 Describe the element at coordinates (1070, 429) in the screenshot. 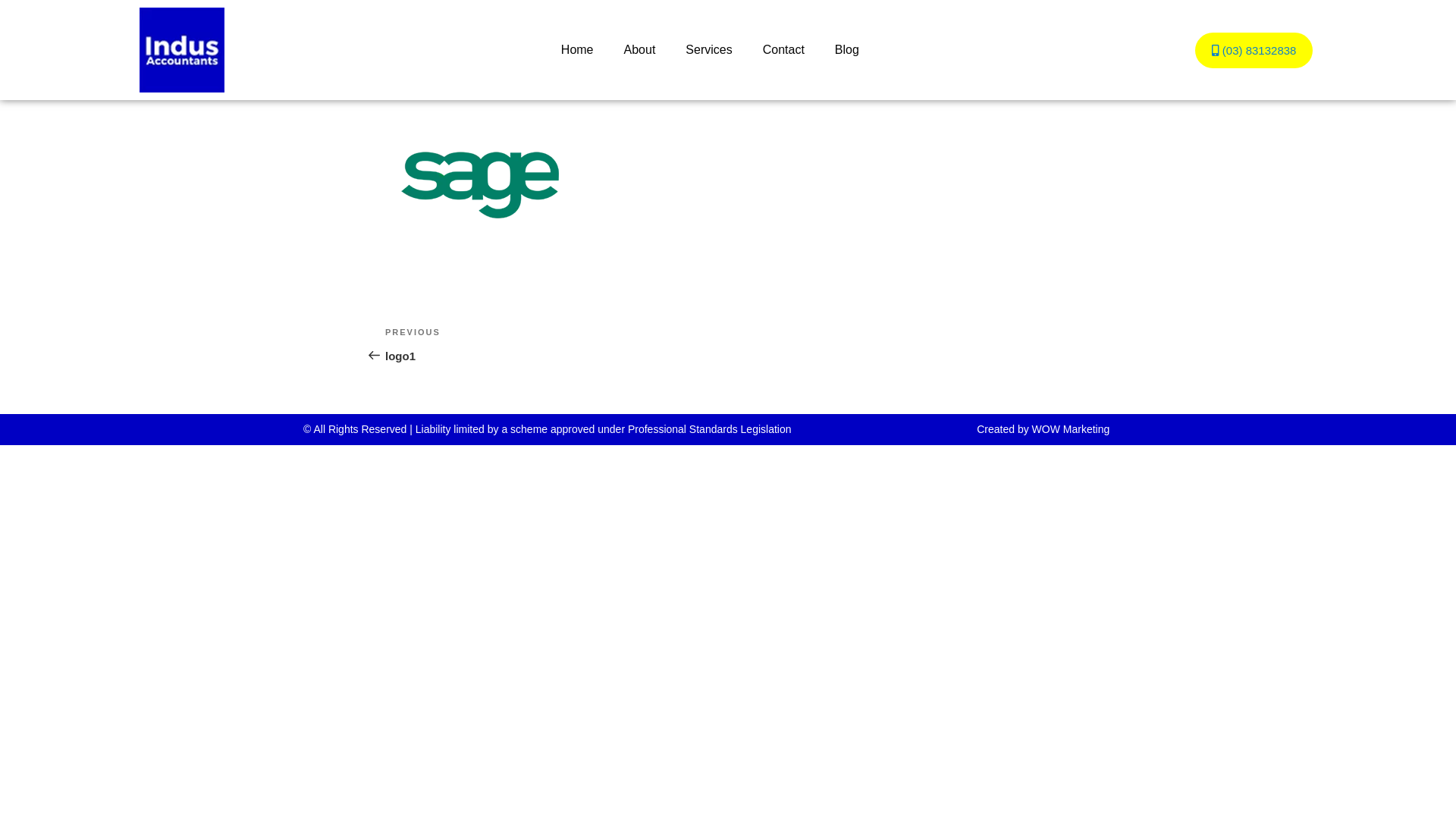

I see `'WOW Marketing'` at that location.